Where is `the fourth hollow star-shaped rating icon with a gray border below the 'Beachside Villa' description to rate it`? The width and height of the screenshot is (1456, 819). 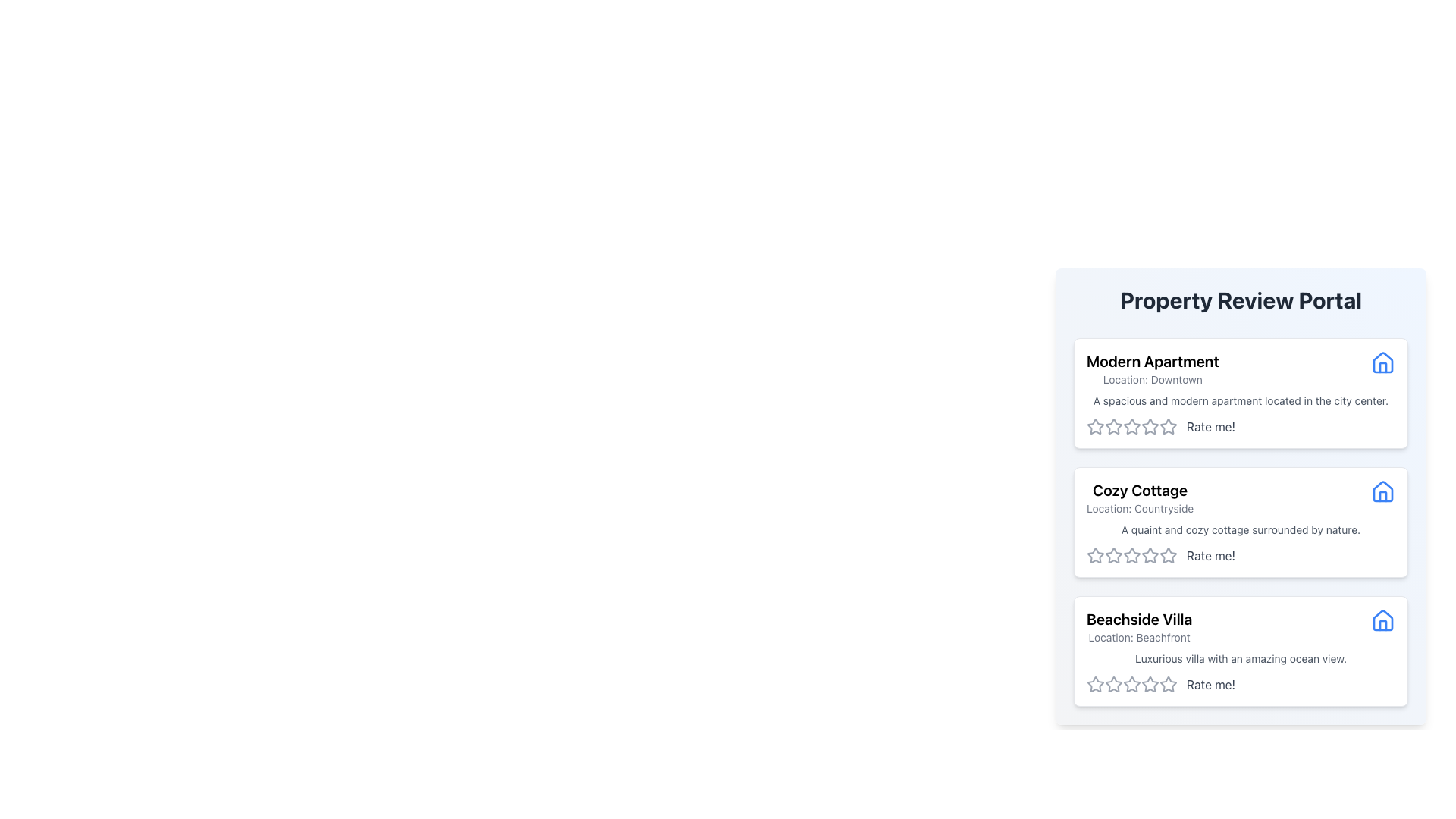 the fourth hollow star-shaped rating icon with a gray border below the 'Beachside Villa' description to rate it is located at coordinates (1150, 684).